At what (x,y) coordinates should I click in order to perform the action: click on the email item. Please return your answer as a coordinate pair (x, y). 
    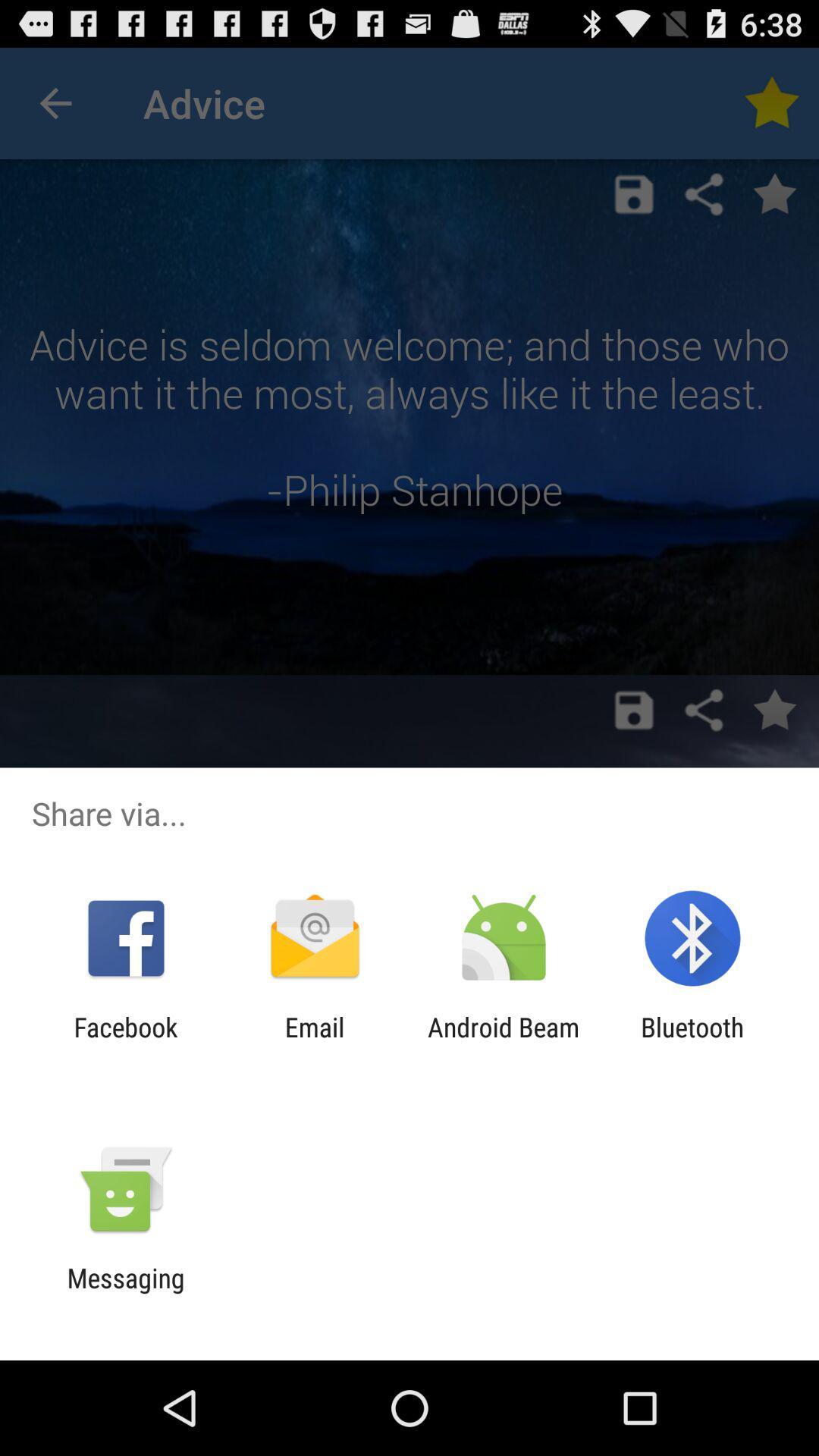
    Looking at the image, I should click on (314, 1042).